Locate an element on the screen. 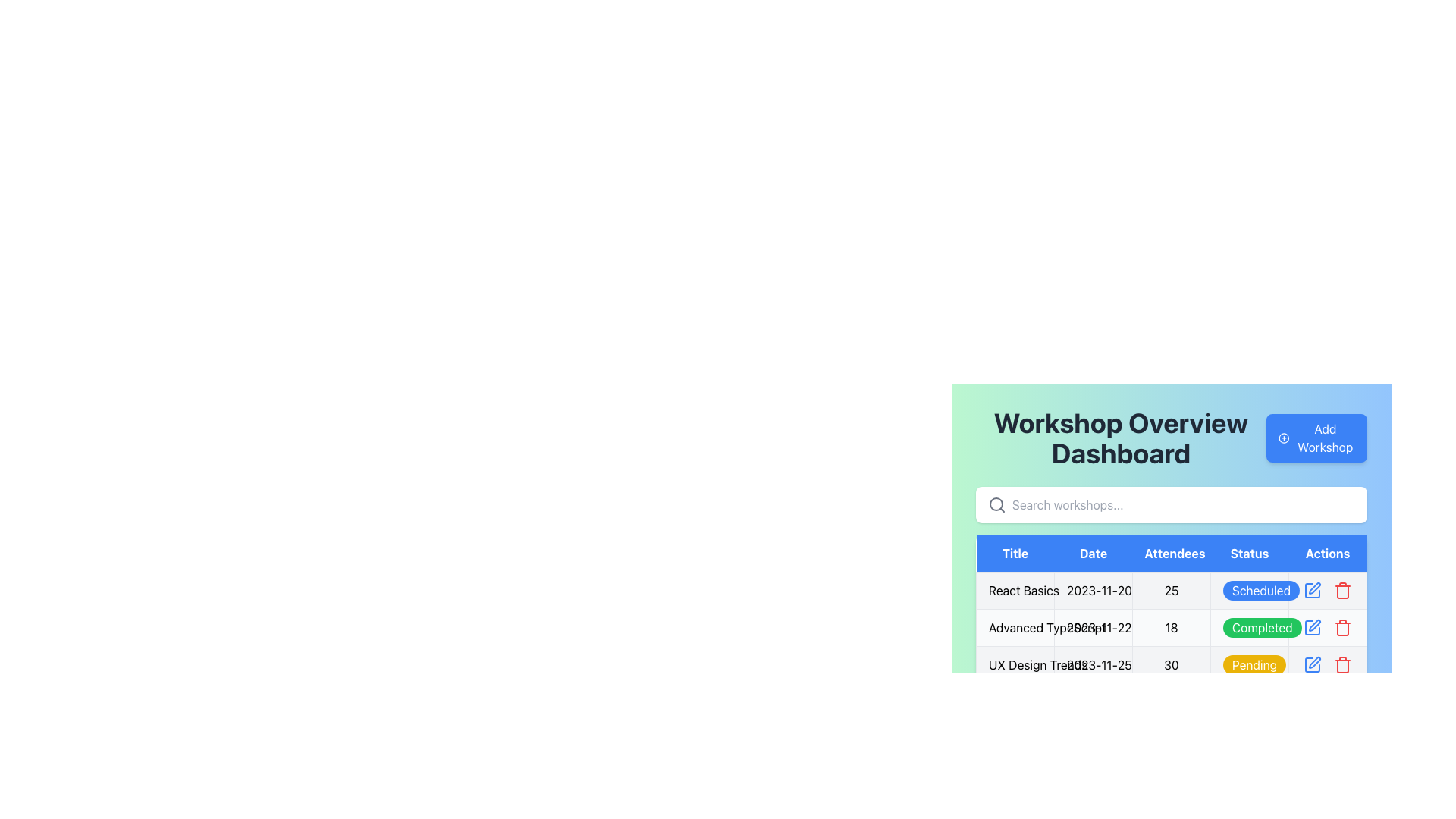 This screenshot has width=1456, height=819. the red trash icon button in the 'Actions' column of the first row in the workshop status table is located at coordinates (1343, 590).